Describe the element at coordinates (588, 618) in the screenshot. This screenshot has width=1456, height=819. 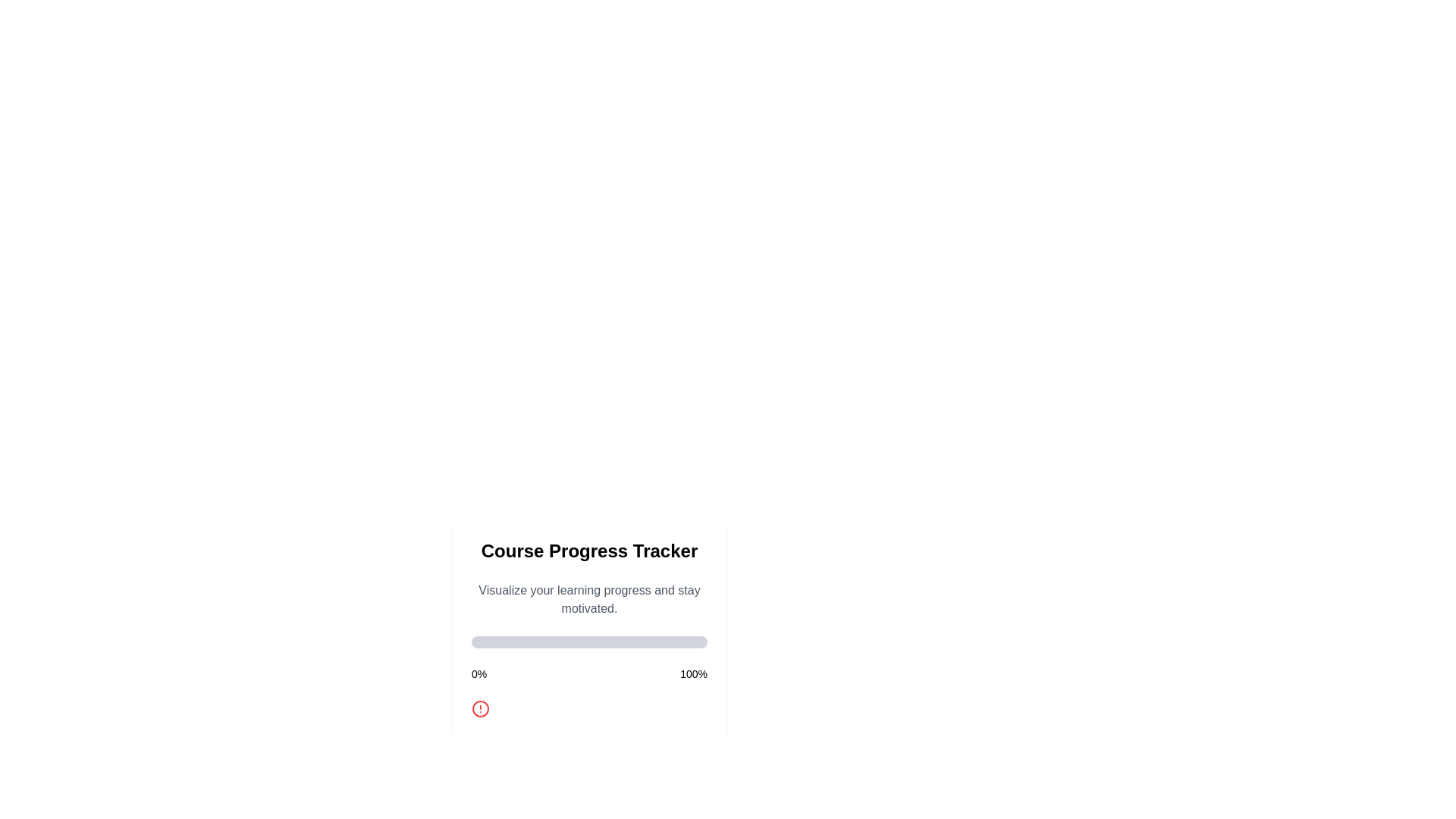
I see `the dialog box titled 'Course Progress Tracker' which contains a progress bar and the button labeled 'Progress'` at that location.